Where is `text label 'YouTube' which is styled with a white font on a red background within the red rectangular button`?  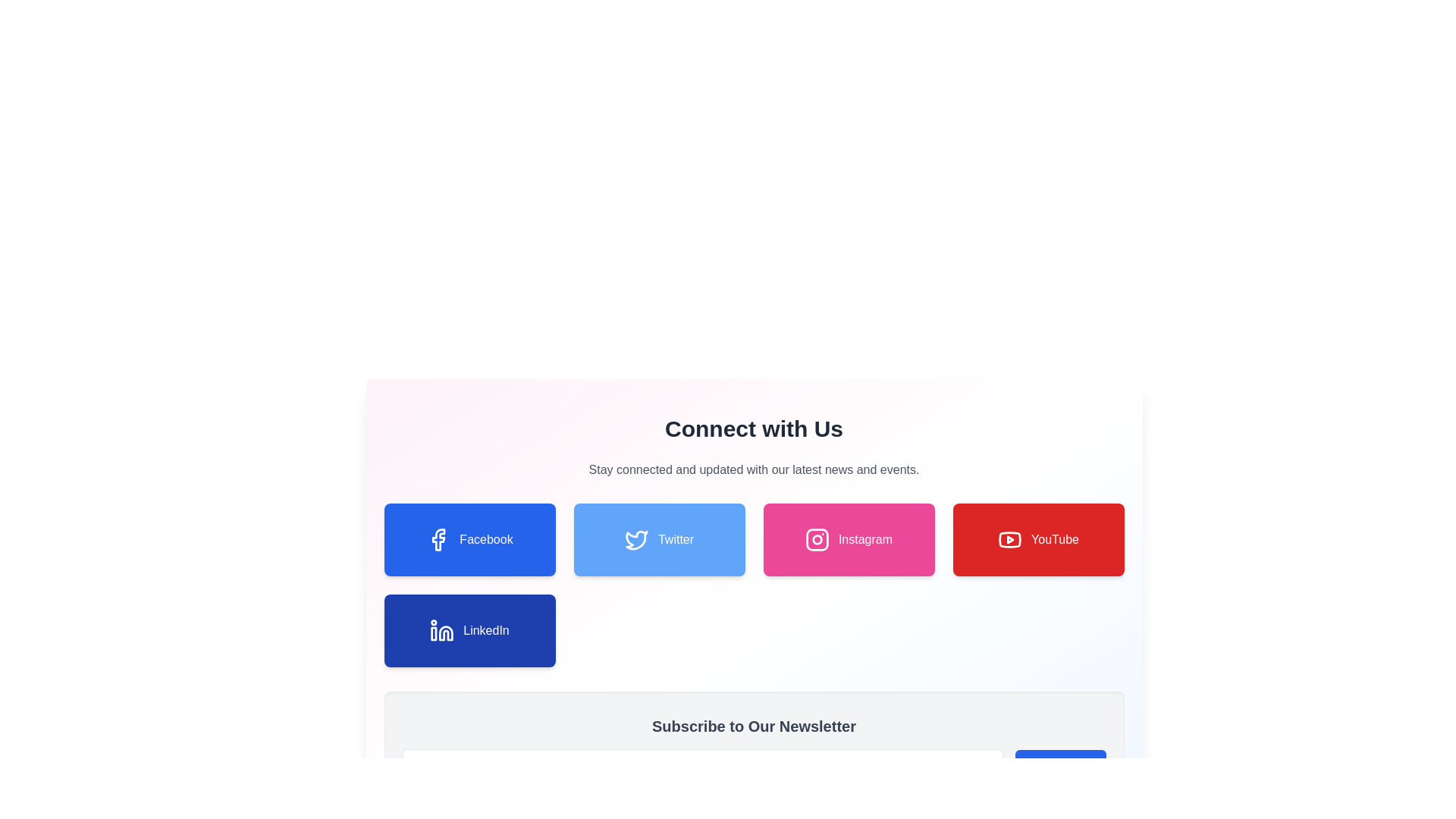 text label 'YouTube' which is styled with a white font on a red background within the red rectangular button is located at coordinates (1054, 539).